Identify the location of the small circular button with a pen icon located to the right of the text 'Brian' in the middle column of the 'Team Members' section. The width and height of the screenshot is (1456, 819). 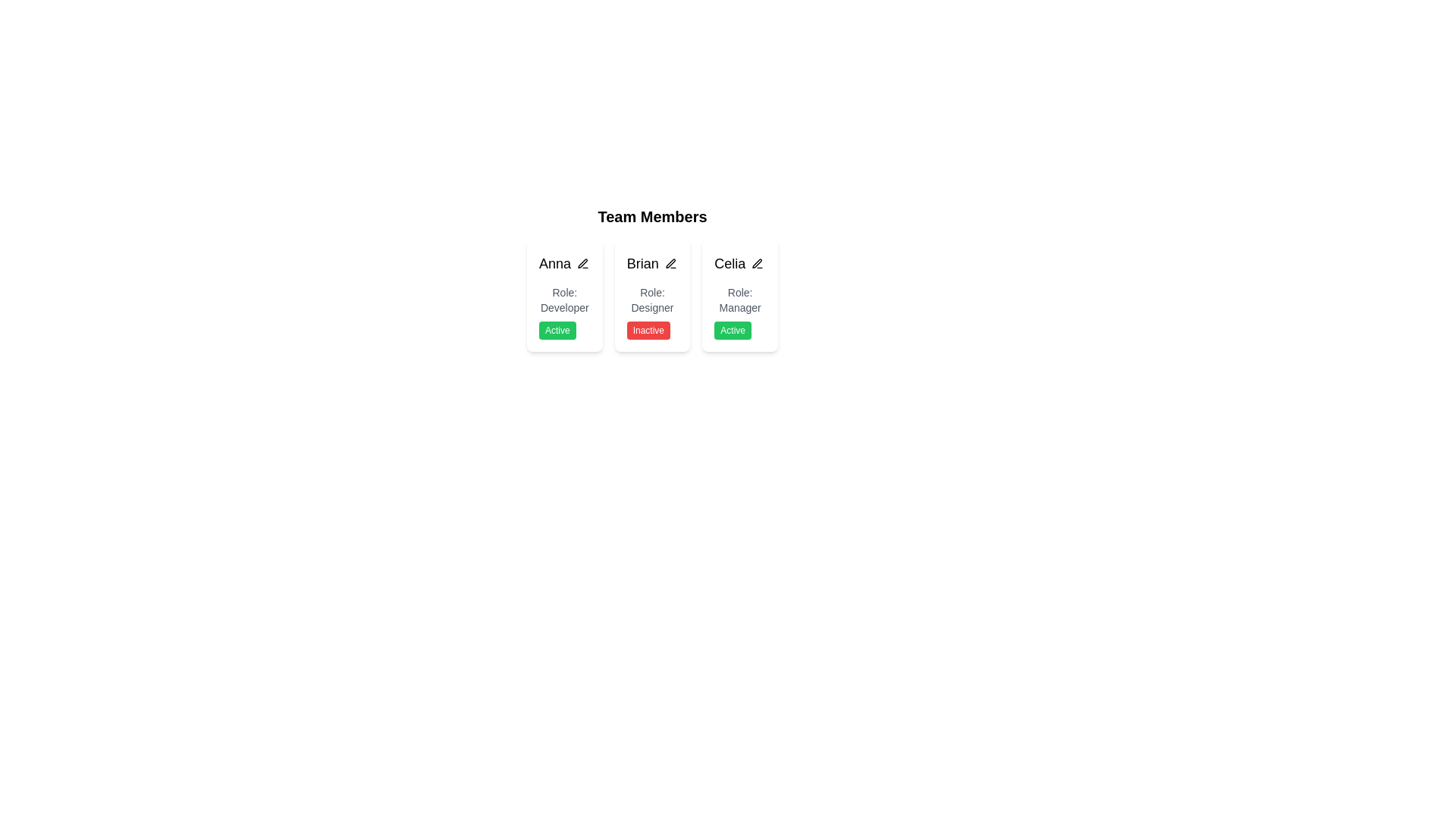
(670, 262).